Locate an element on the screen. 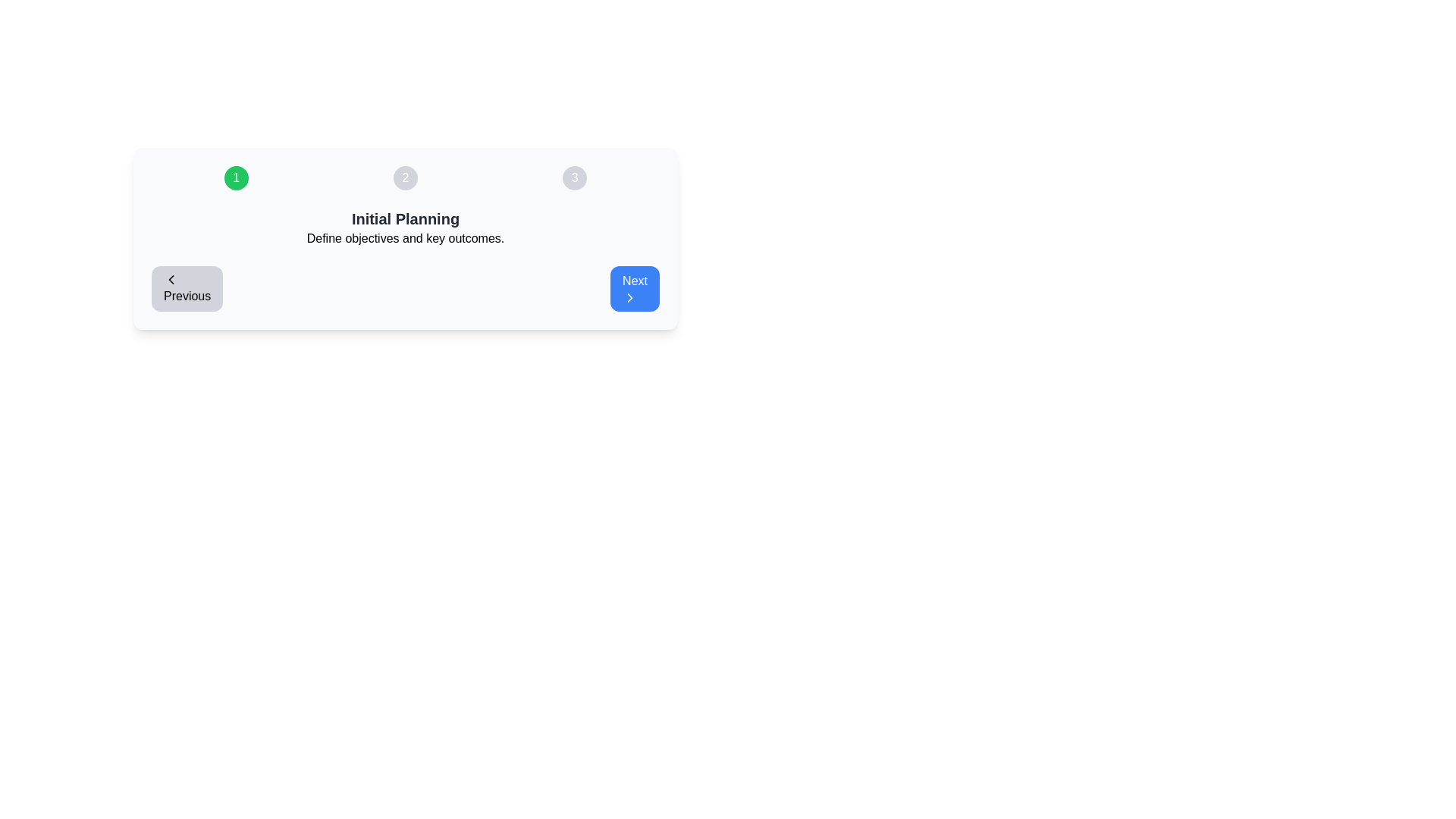  the text element displaying 'Define objectives and key outcomes.' which is centrally aligned below the heading 'Initial Planning' is located at coordinates (405, 239).